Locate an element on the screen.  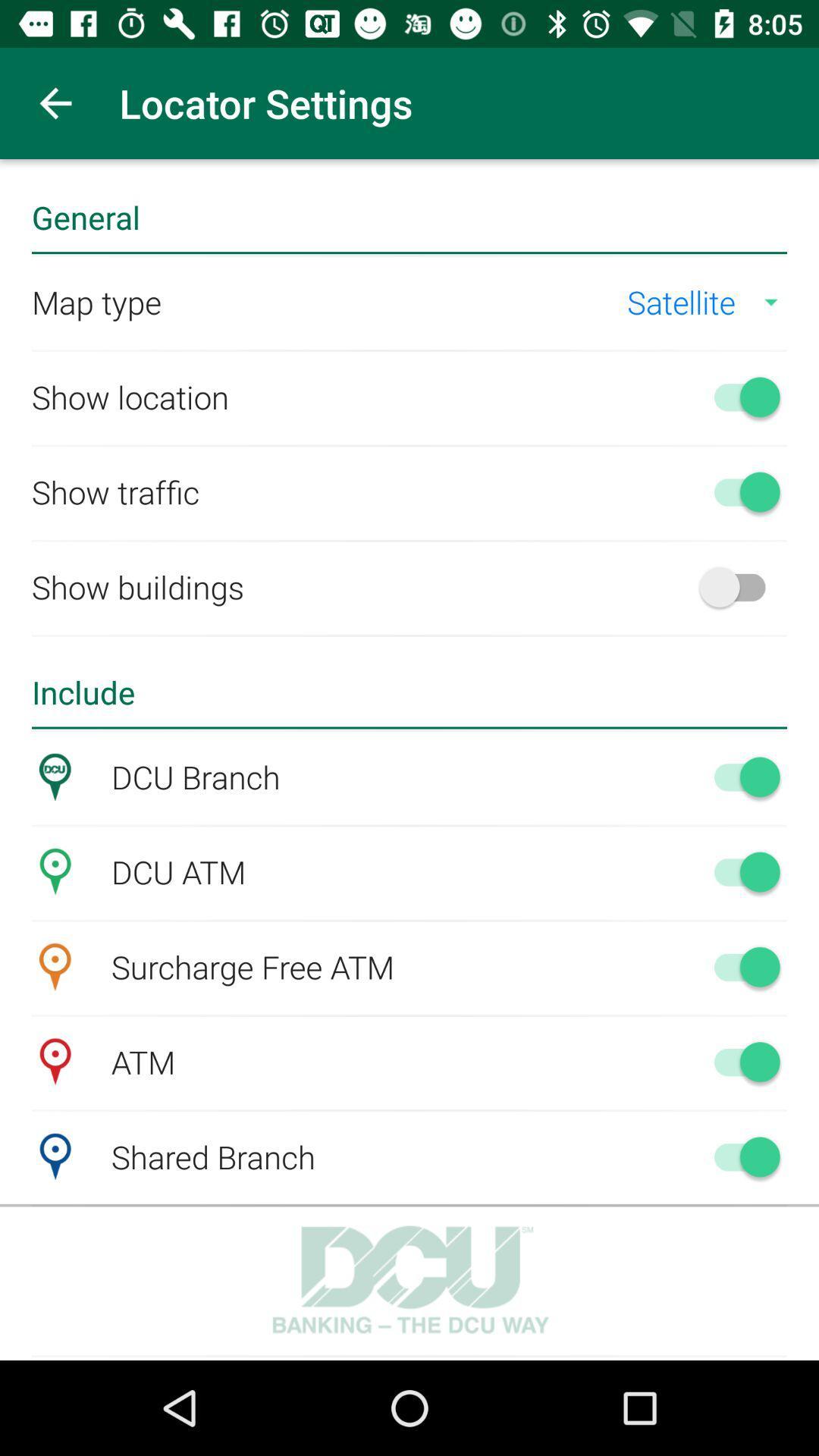
turn-on atm is located at coordinates (739, 1061).